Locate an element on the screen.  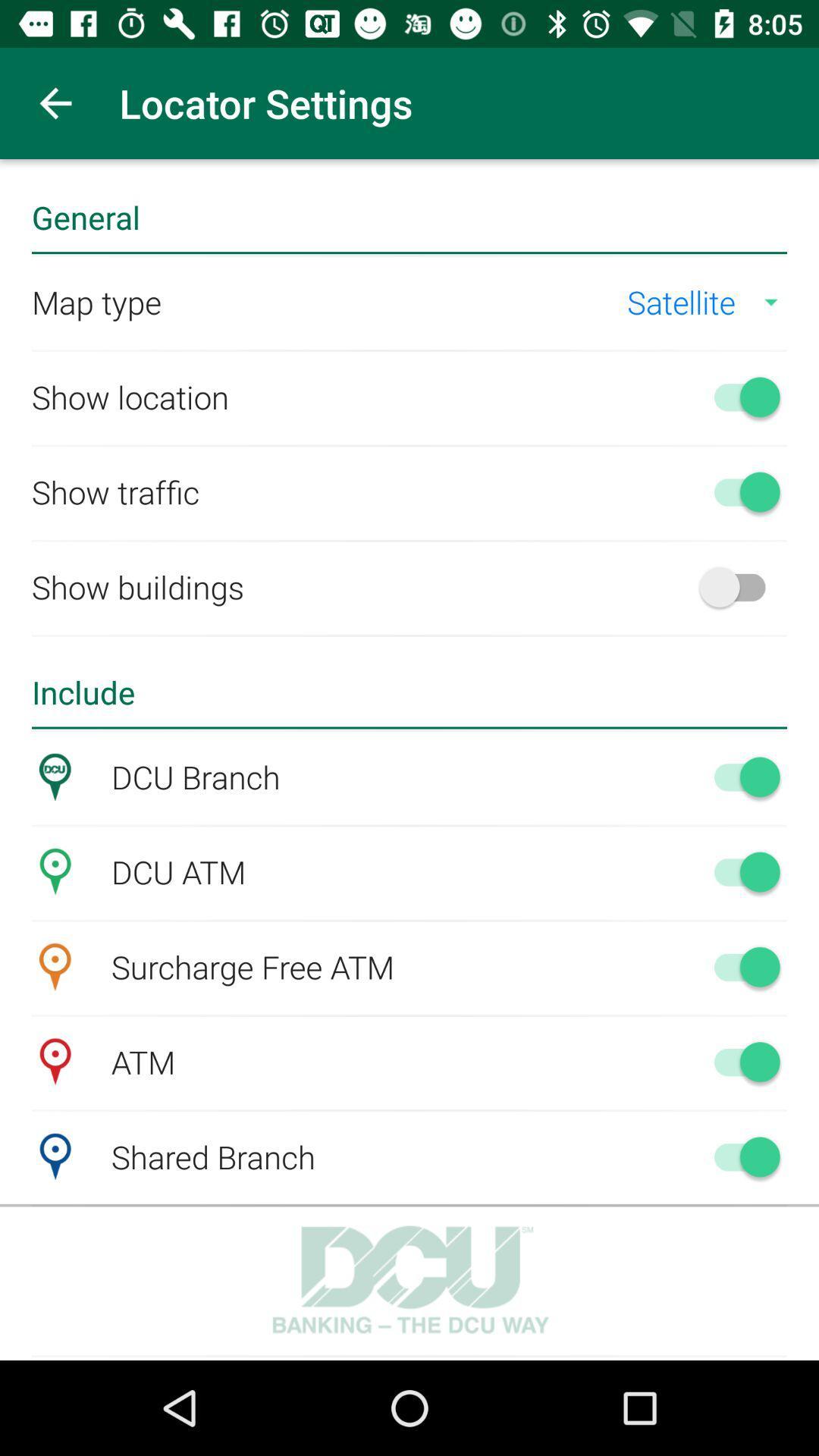
turn-on atm is located at coordinates (739, 1061).